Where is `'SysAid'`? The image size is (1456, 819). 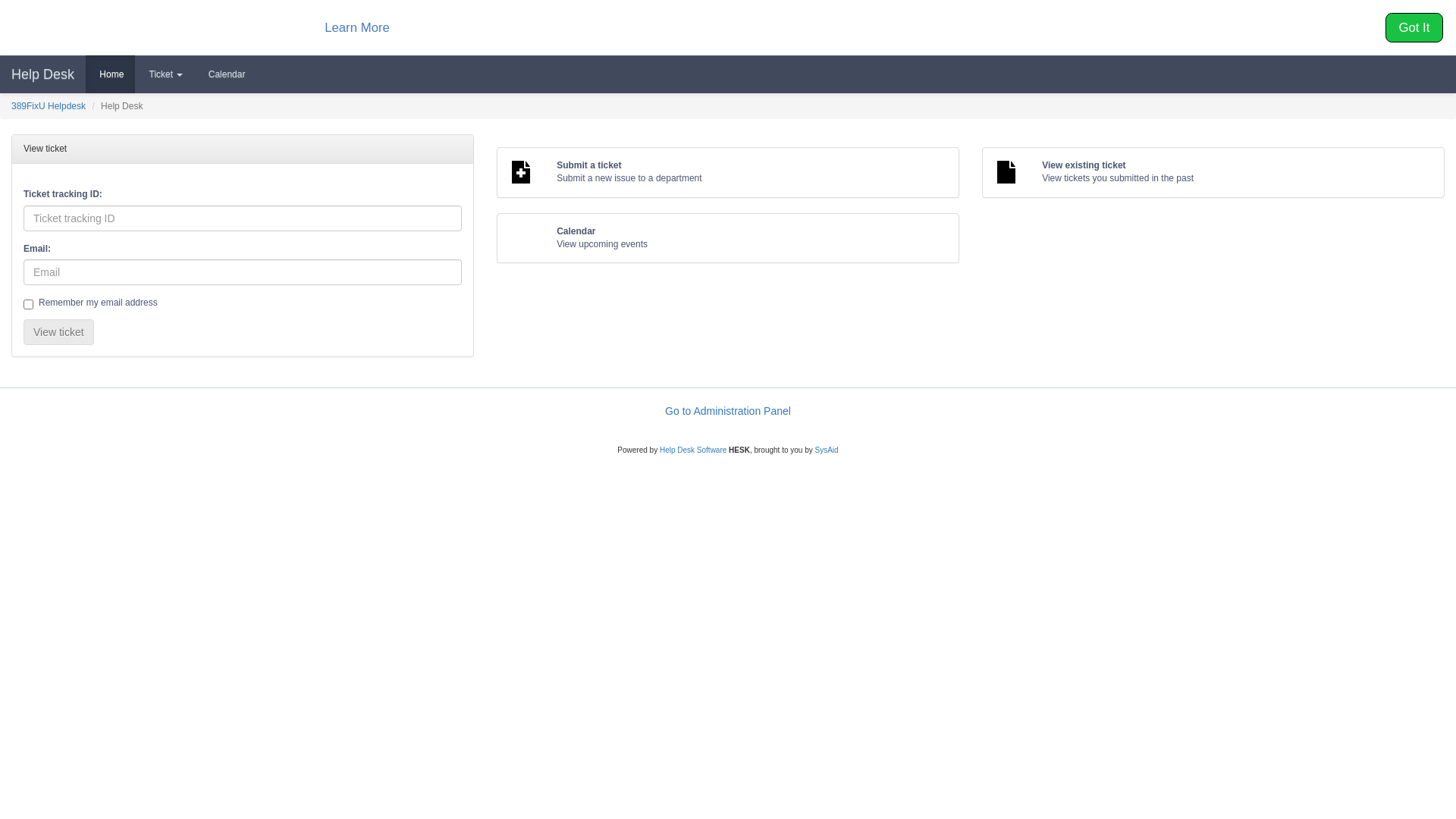 'SysAid' is located at coordinates (826, 449).